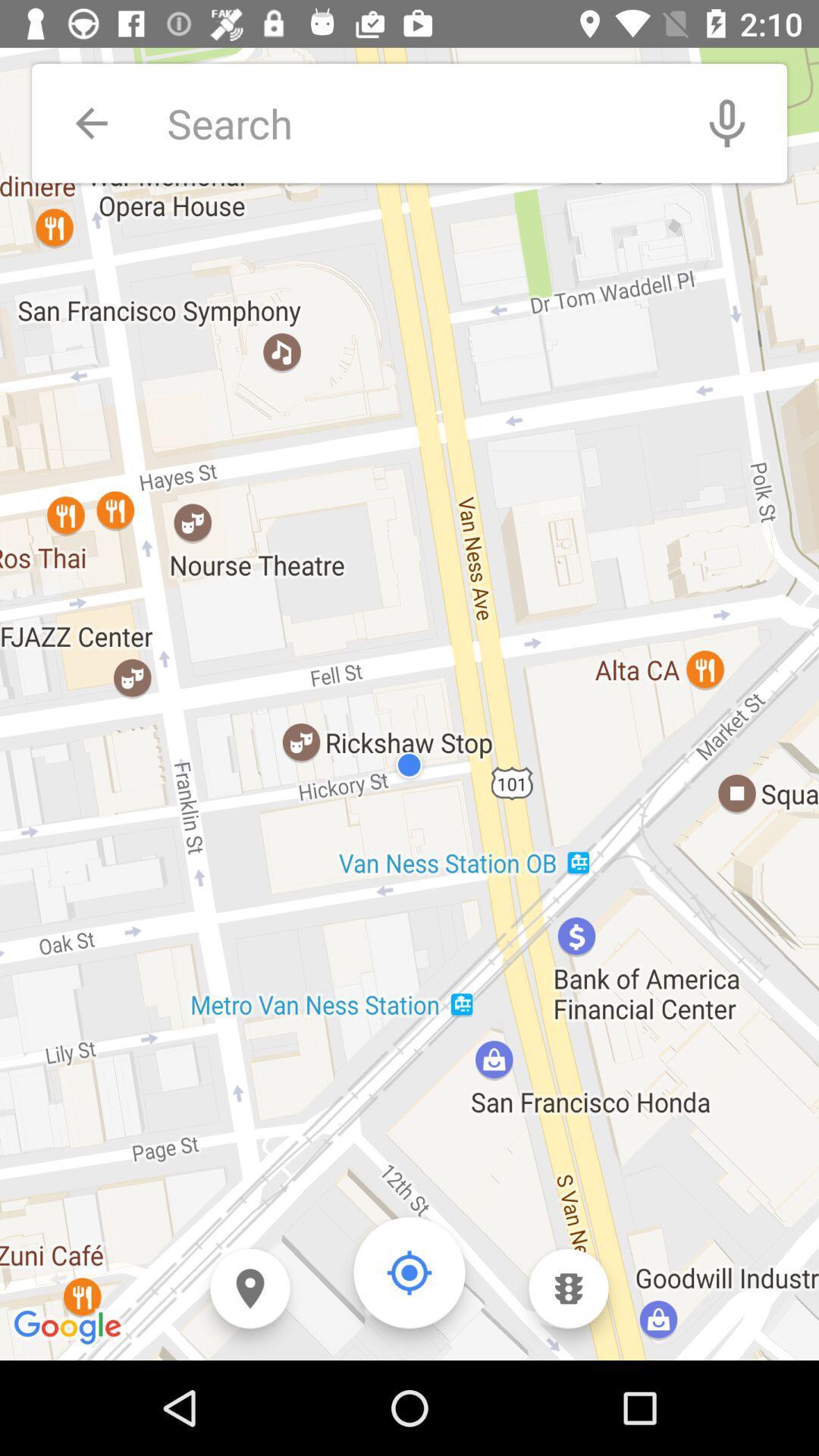 The width and height of the screenshot is (819, 1456). What do you see at coordinates (726, 123) in the screenshot?
I see `search by voice` at bounding box center [726, 123].